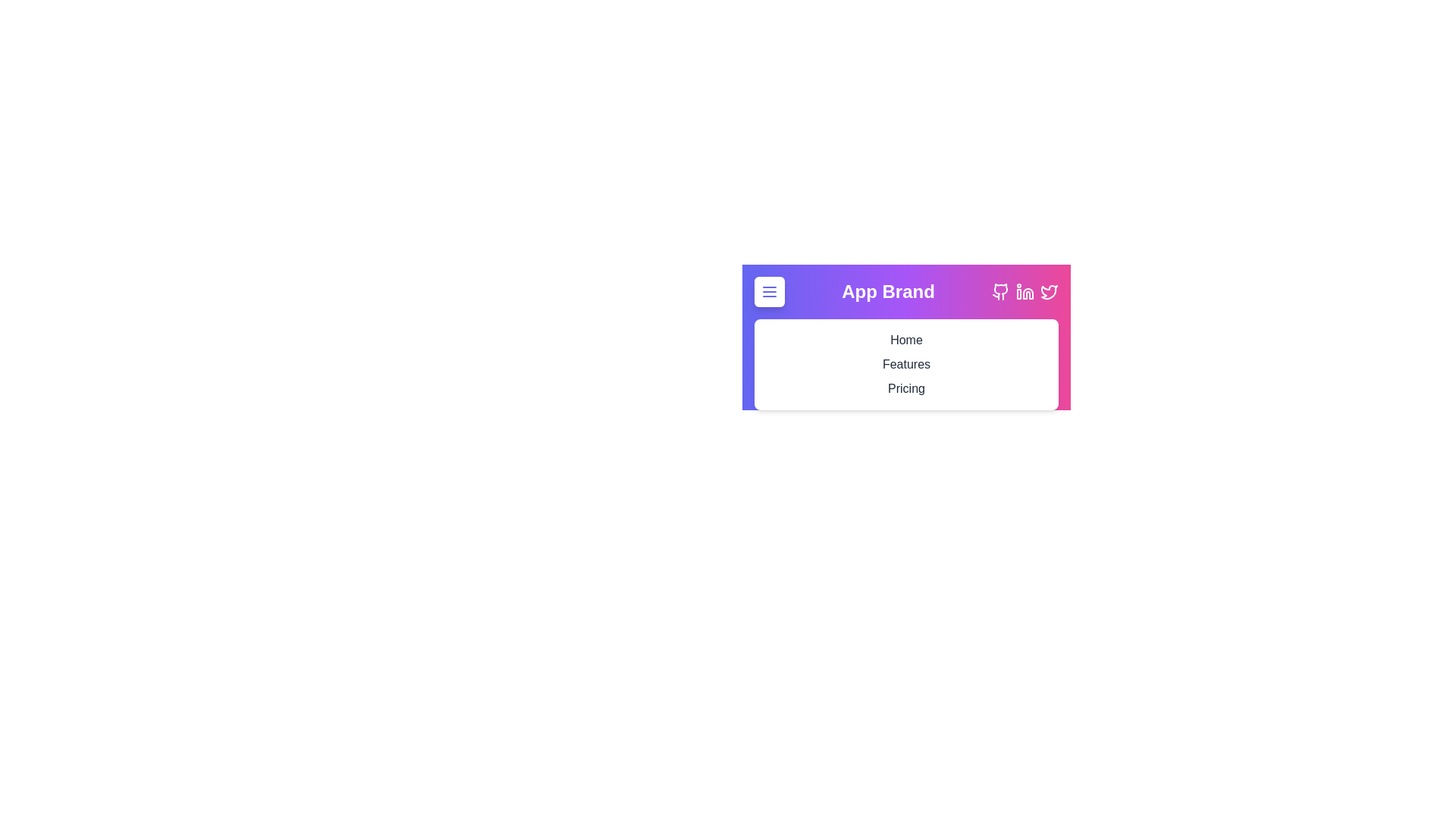 Image resolution: width=1456 pixels, height=819 pixels. Describe the element at coordinates (769, 292) in the screenshot. I see `the menu button to toggle the menu visibility` at that location.